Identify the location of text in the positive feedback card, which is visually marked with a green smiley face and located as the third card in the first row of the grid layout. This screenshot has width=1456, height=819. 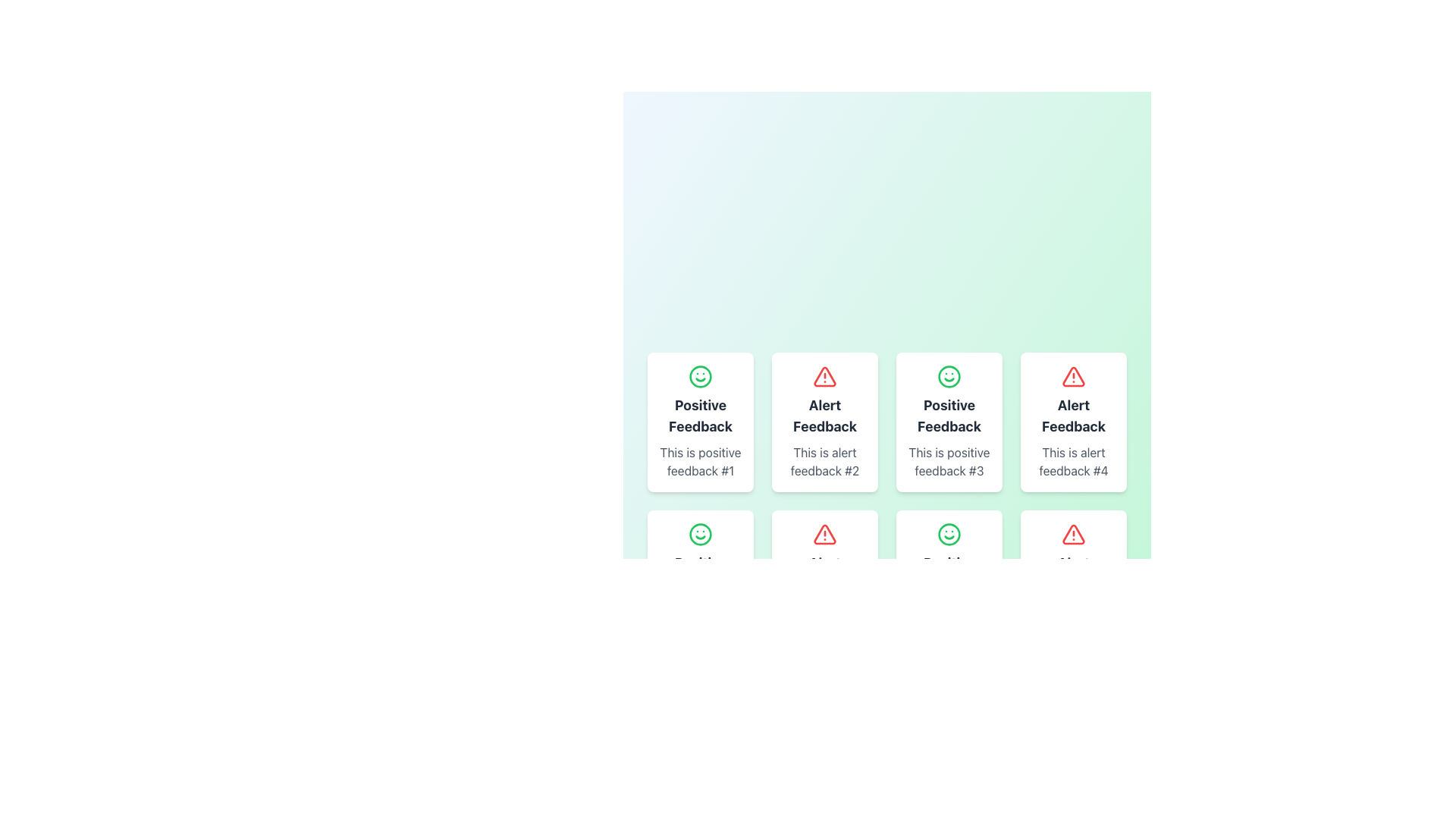
(949, 422).